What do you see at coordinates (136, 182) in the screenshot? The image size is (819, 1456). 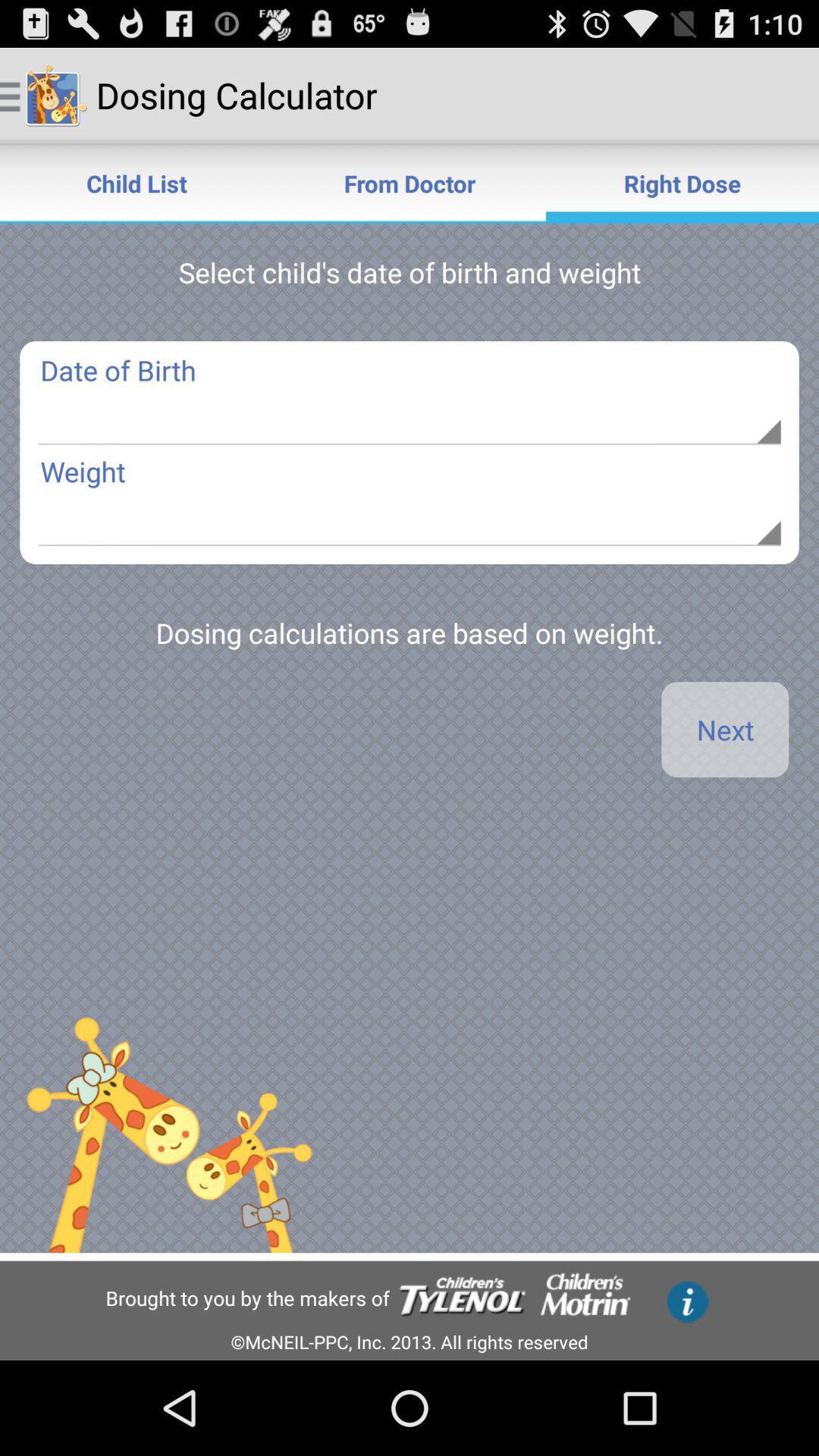 I see `child list icon` at bounding box center [136, 182].